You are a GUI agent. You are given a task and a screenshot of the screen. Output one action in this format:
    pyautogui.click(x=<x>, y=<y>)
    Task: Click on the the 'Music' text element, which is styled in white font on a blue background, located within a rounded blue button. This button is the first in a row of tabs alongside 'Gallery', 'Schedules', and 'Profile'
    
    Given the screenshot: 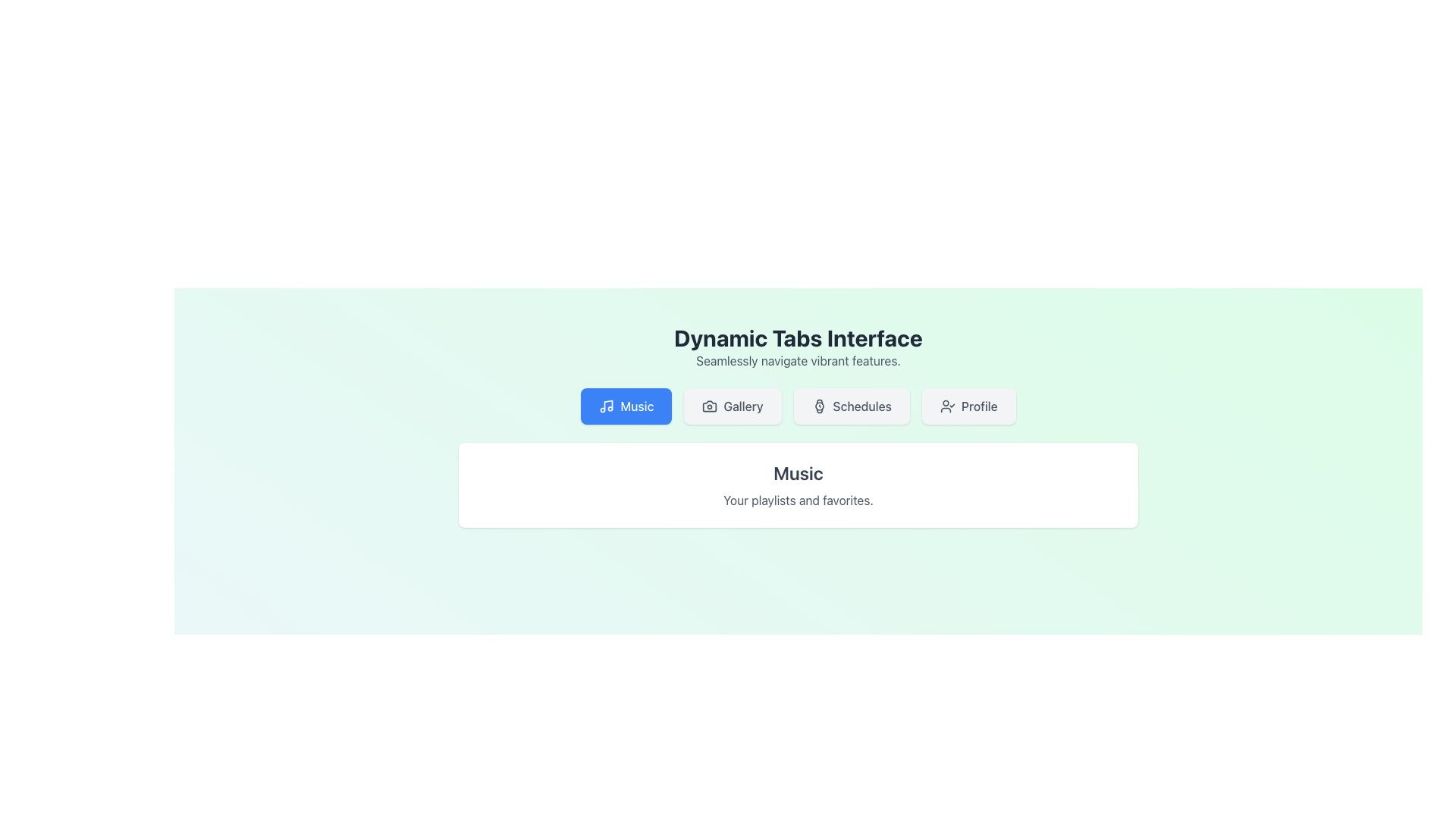 What is the action you would take?
    pyautogui.click(x=637, y=406)
    